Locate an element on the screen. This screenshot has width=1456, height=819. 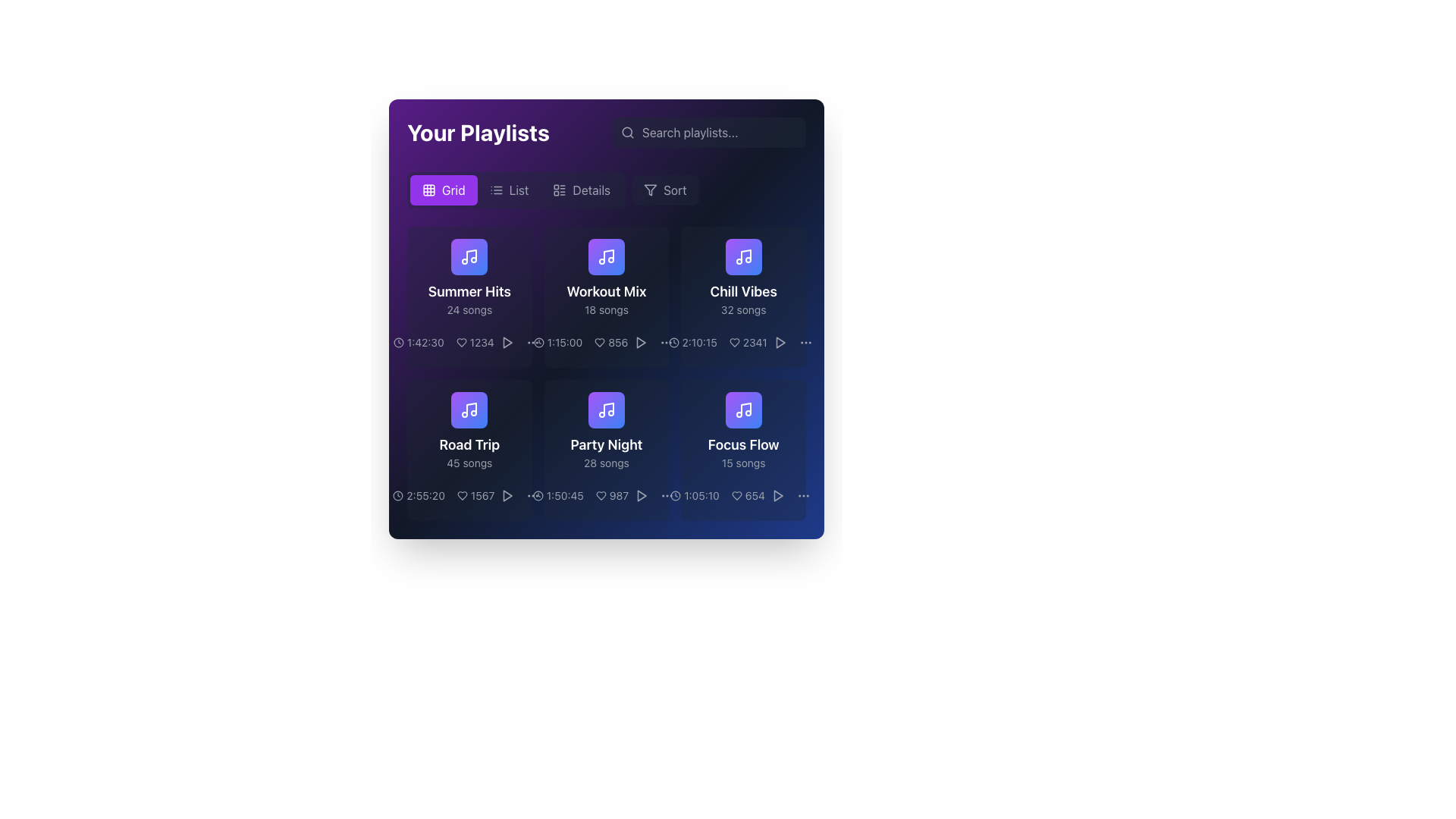
the heart-shaped outline icon located to the left of the number '856' in the 'Workout Mix' card is located at coordinates (599, 342).